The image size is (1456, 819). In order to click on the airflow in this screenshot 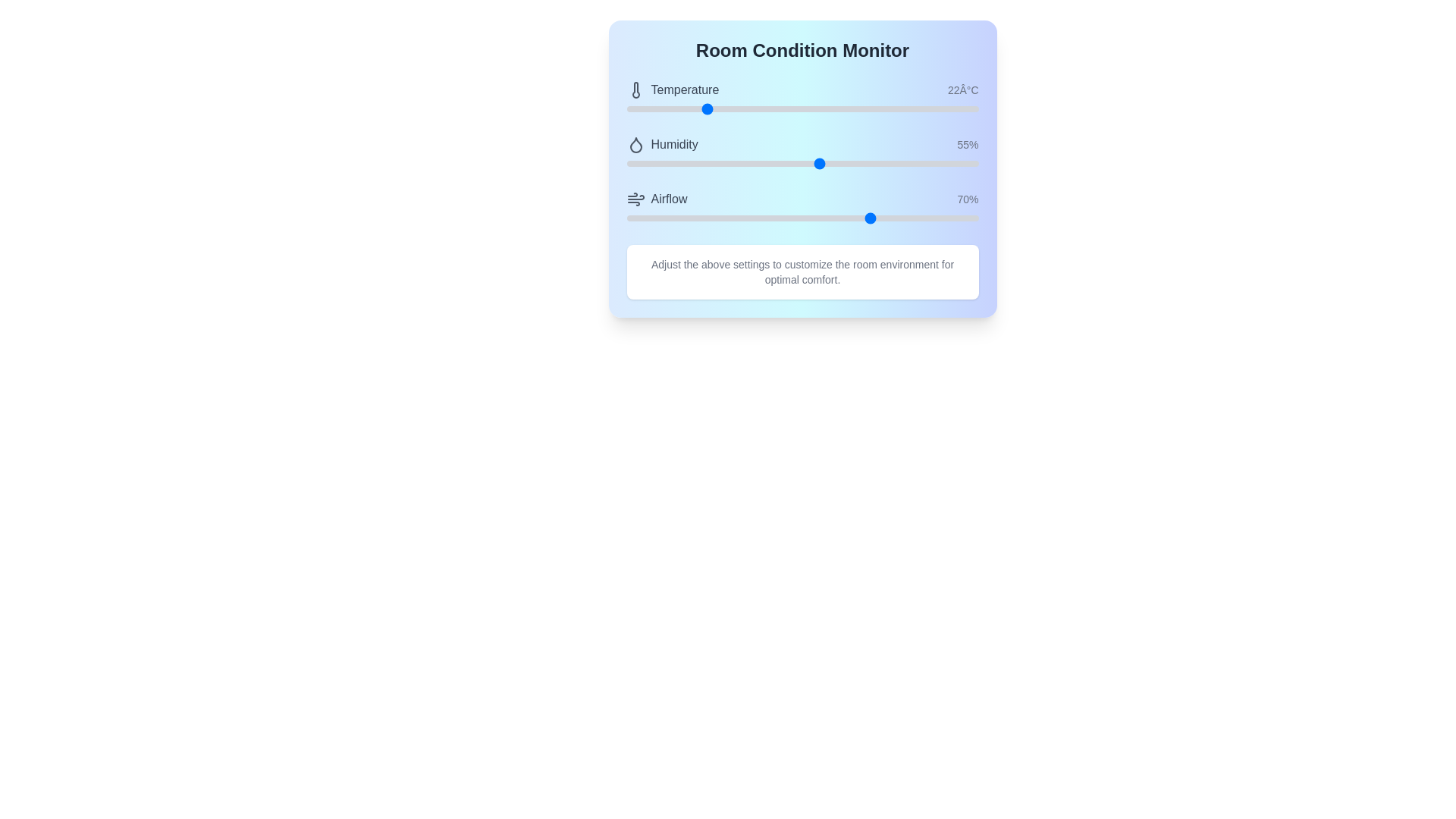, I will do `click(699, 218)`.